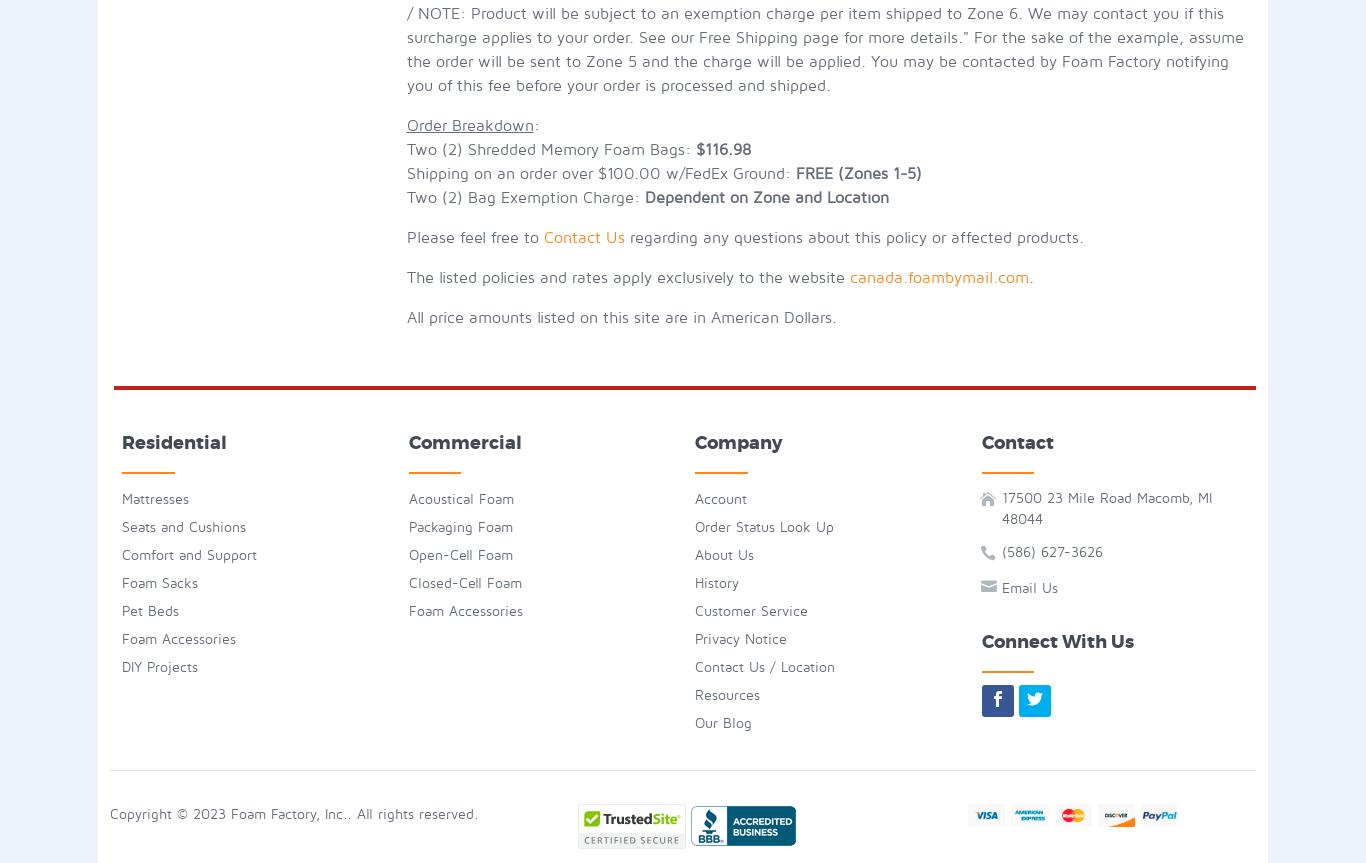 This screenshot has height=863, width=1366. Describe the element at coordinates (1050, 551) in the screenshot. I see `'(586) 627-3626'` at that location.